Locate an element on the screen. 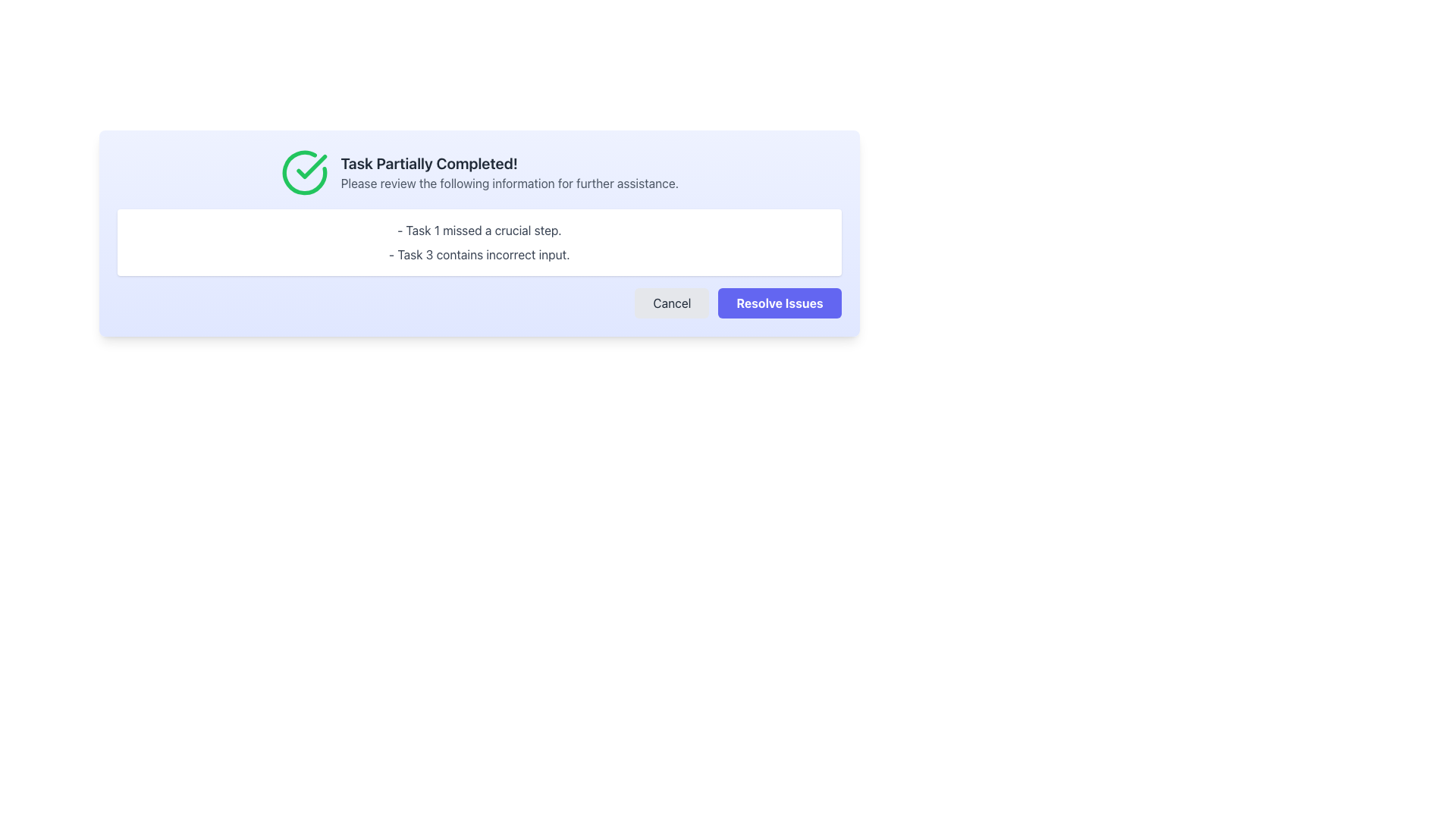 This screenshot has height=819, width=1456. the 'Cancel' button located in the bottom right area of the interface to activate hover effects is located at coordinates (671, 303).